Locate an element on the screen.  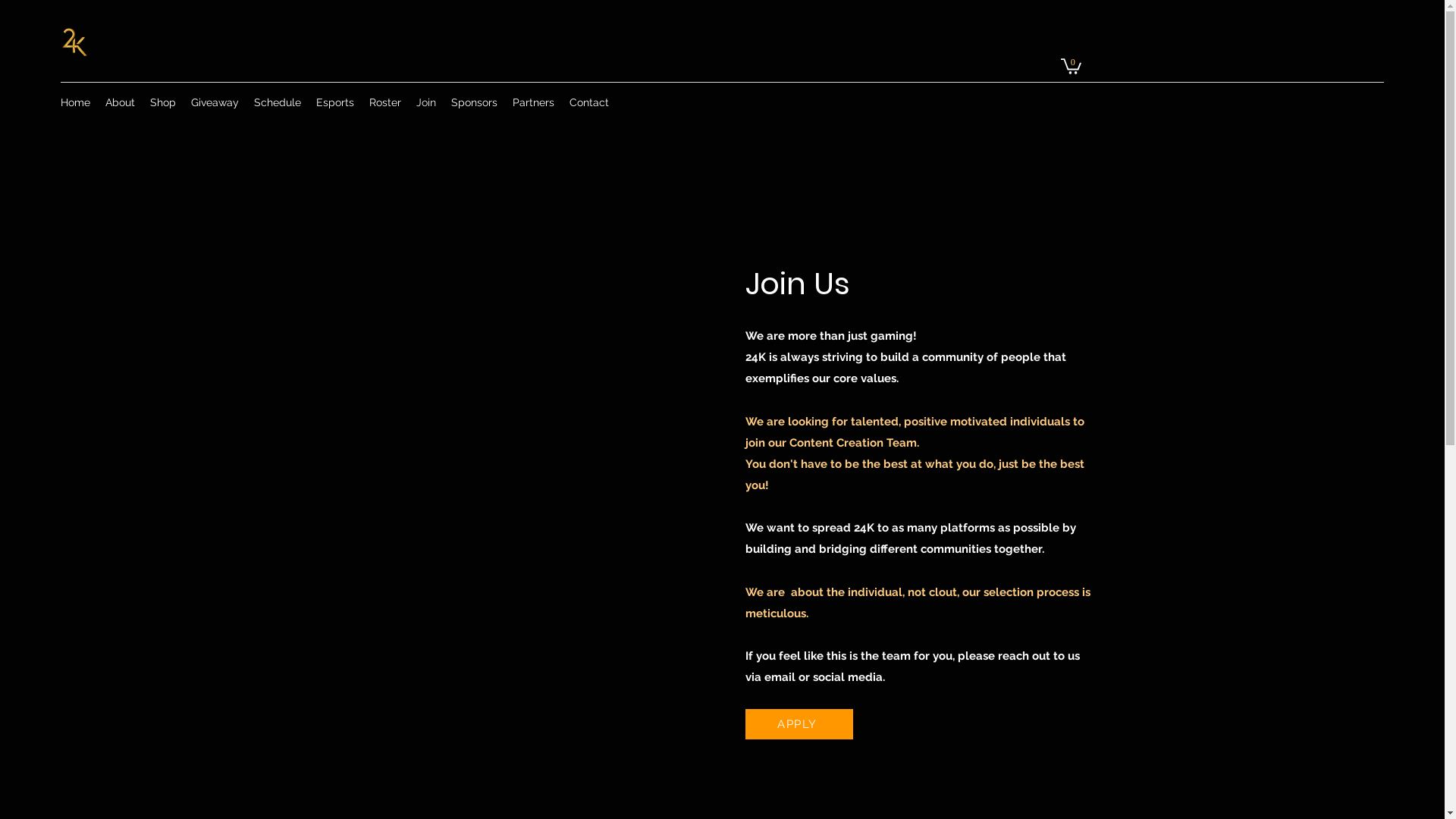
'Roster' is located at coordinates (360, 102).